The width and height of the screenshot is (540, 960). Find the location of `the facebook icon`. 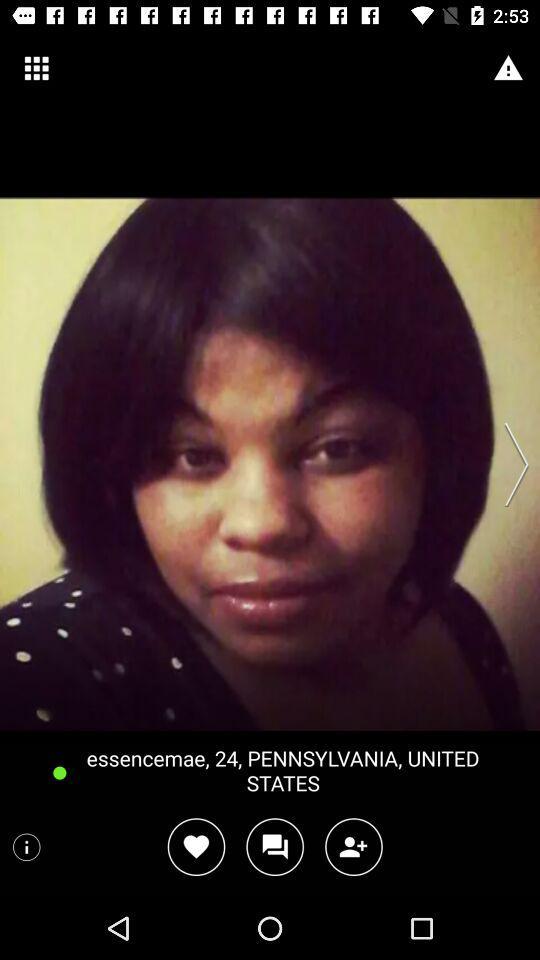

the facebook icon is located at coordinates (196, 846).